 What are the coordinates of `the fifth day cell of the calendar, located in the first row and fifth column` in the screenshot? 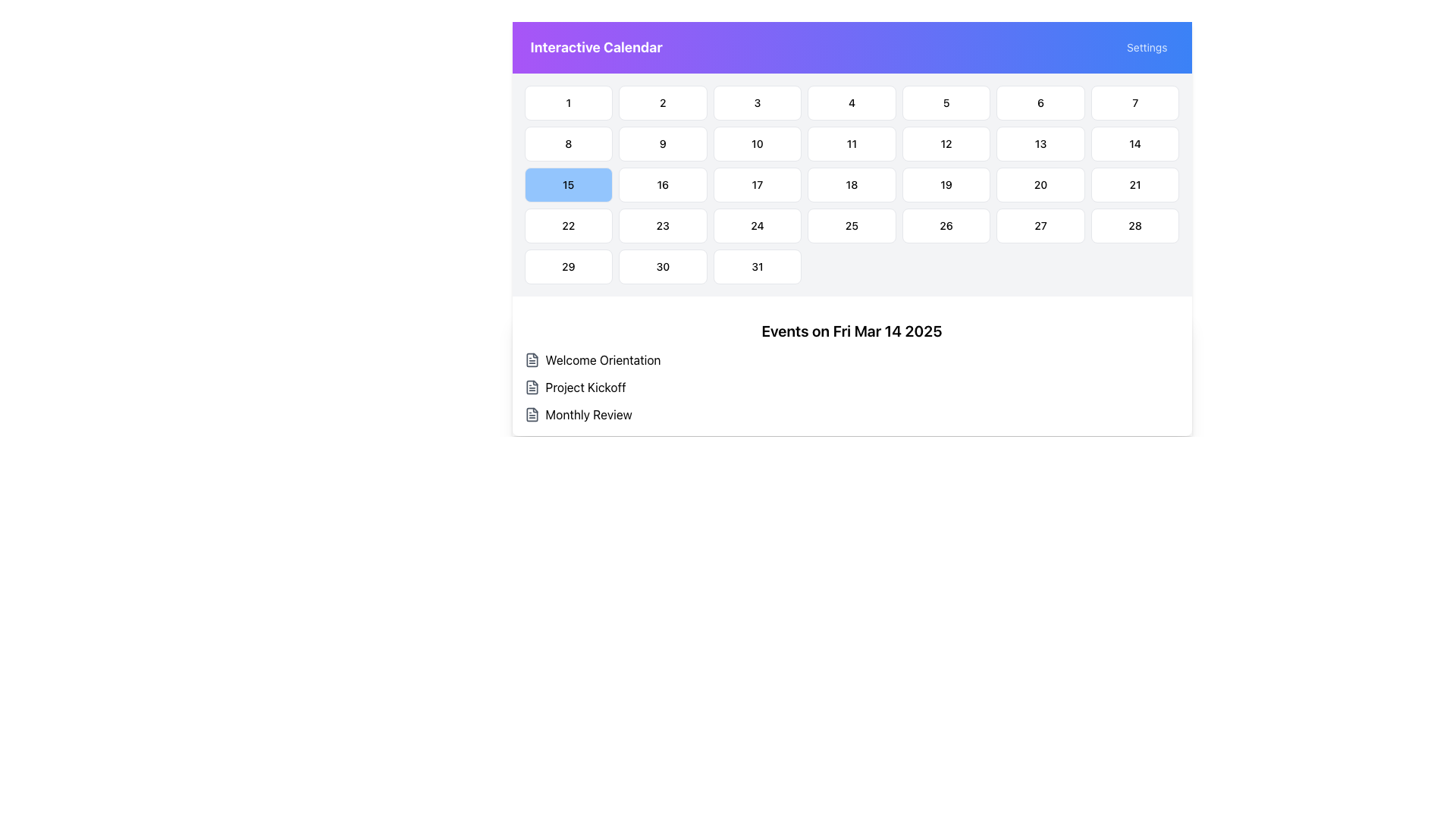 It's located at (946, 102).